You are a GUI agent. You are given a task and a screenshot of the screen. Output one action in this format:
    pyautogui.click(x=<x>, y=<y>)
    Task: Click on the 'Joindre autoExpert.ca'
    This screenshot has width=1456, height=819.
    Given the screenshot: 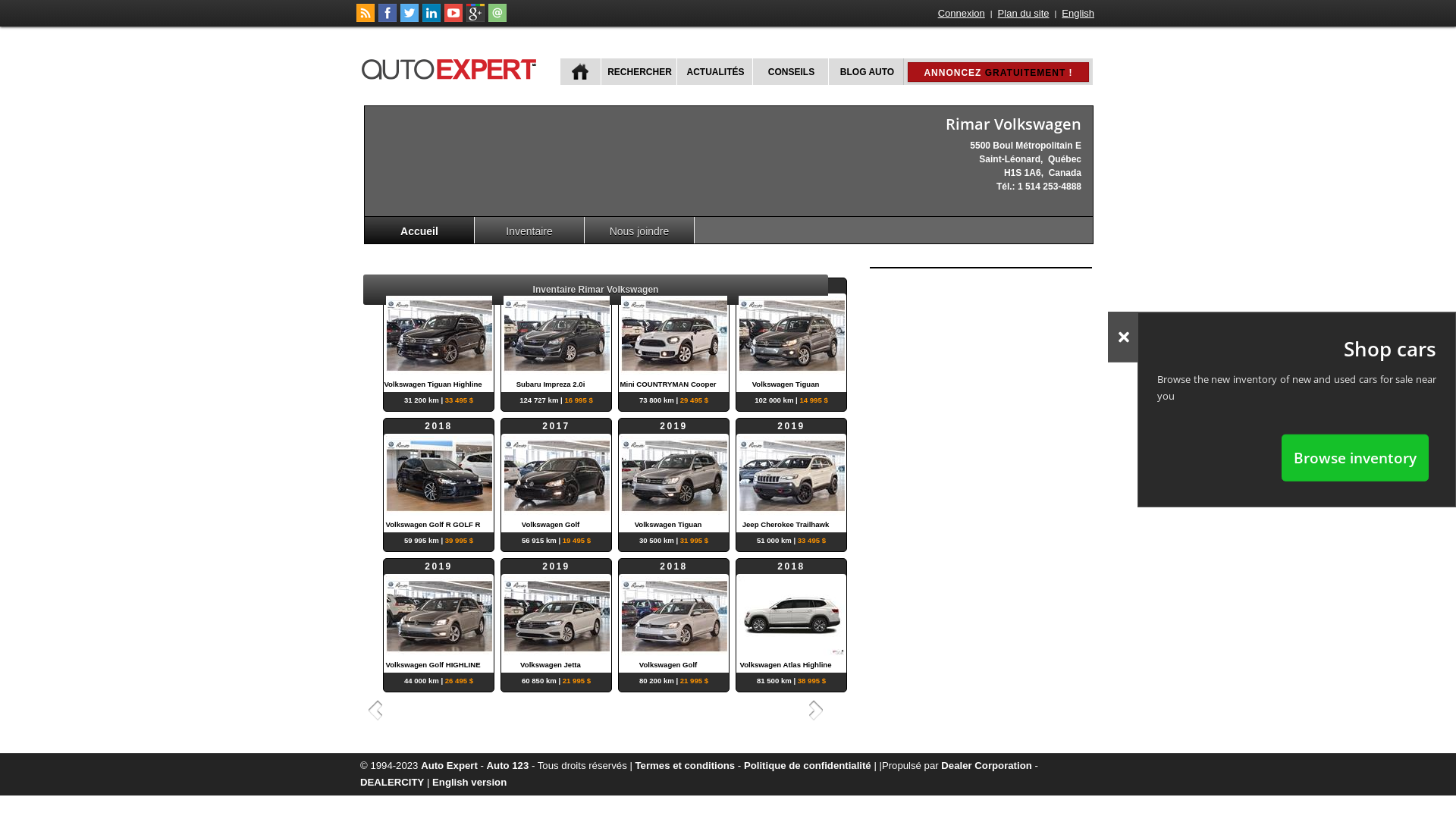 What is the action you would take?
    pyautogui.click(x=497, y=18)
    